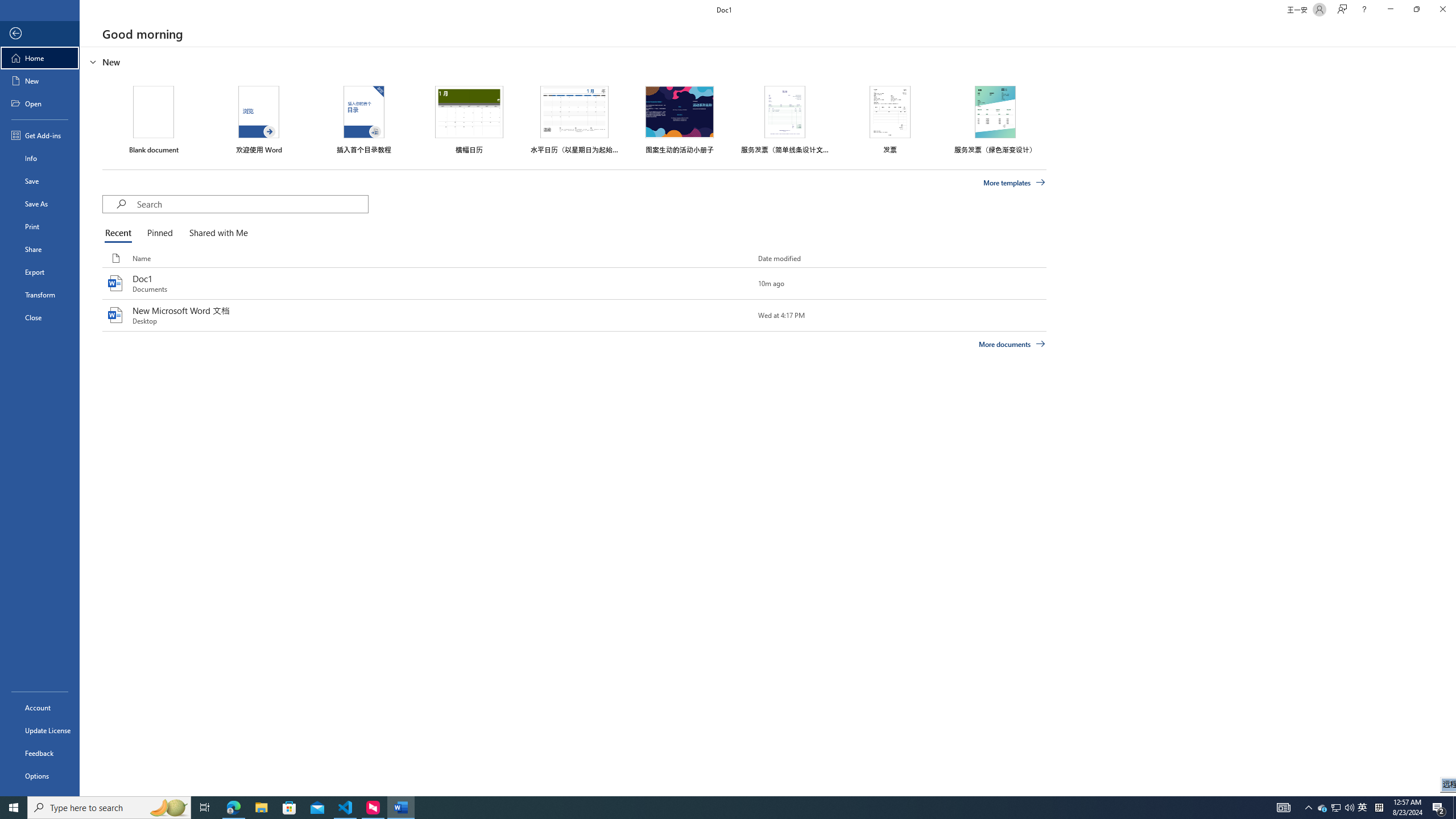 This screenshot has width=1456, height=819. What do you see at coordinates (39, 272) in the screenshot?
I see `'Export'` at bounding box center [39, 272].